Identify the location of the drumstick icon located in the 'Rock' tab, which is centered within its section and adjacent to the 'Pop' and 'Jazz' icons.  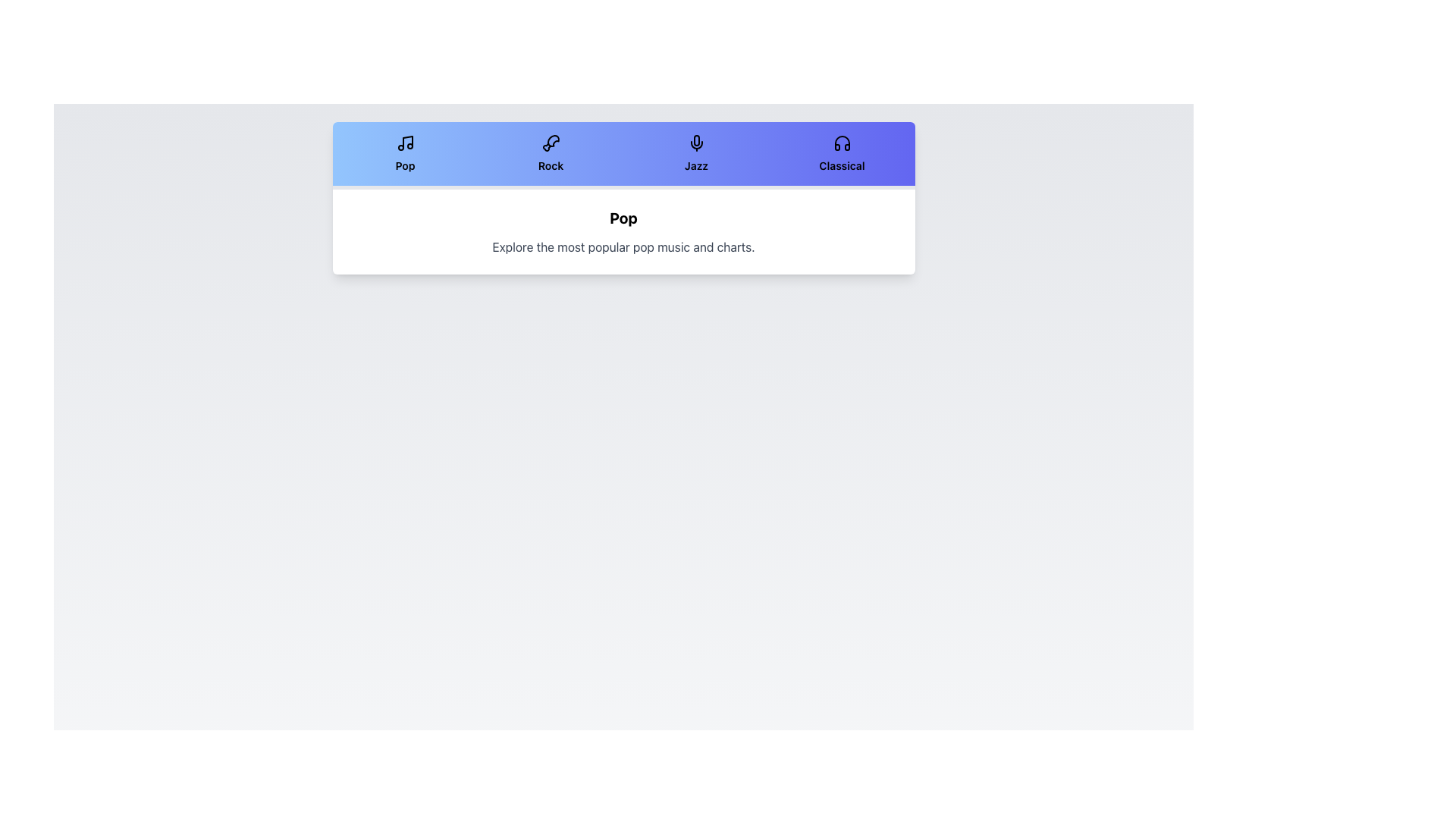
(552, 140).